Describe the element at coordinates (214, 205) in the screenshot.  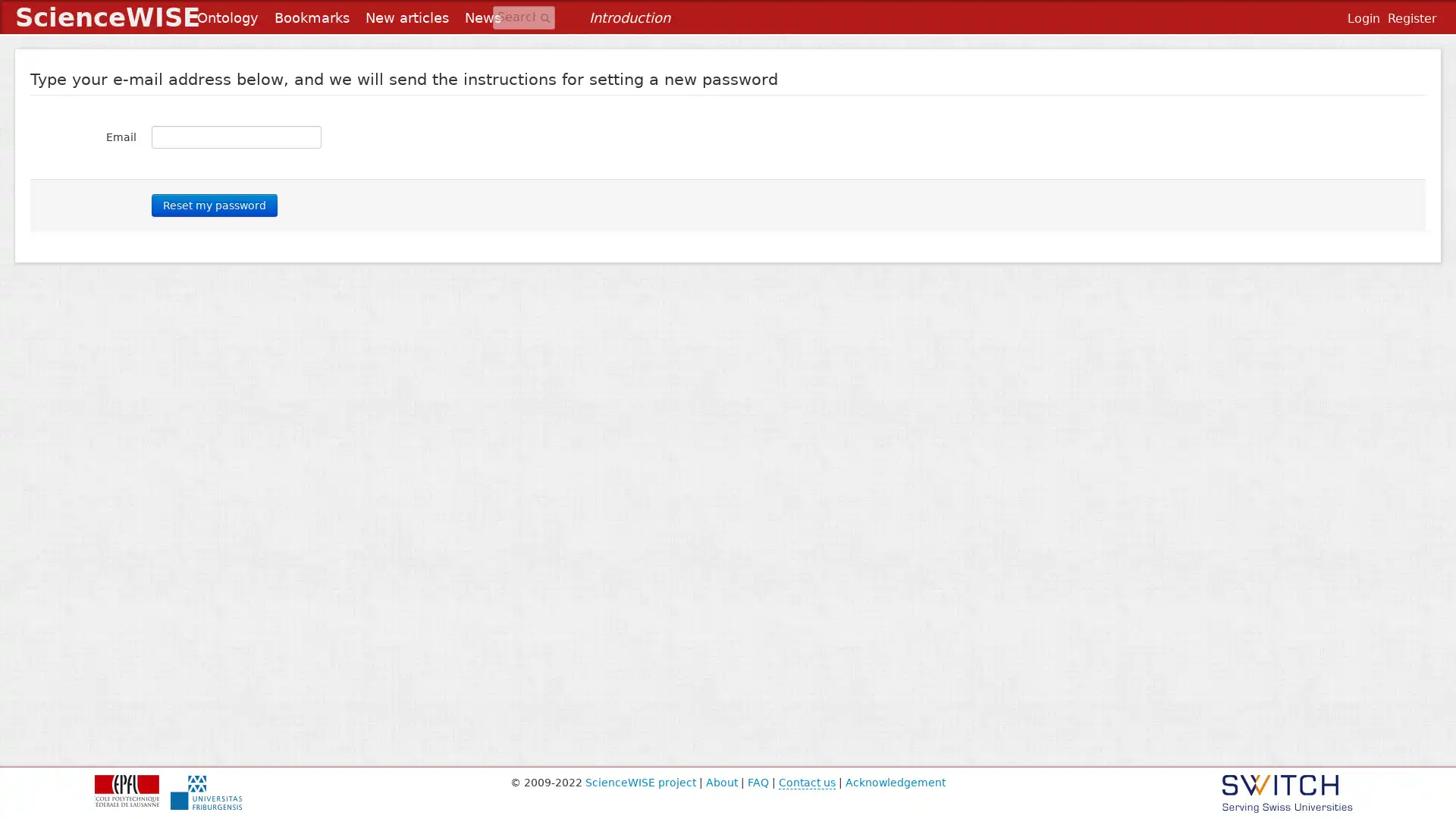
I see `Reset my password` at that location.